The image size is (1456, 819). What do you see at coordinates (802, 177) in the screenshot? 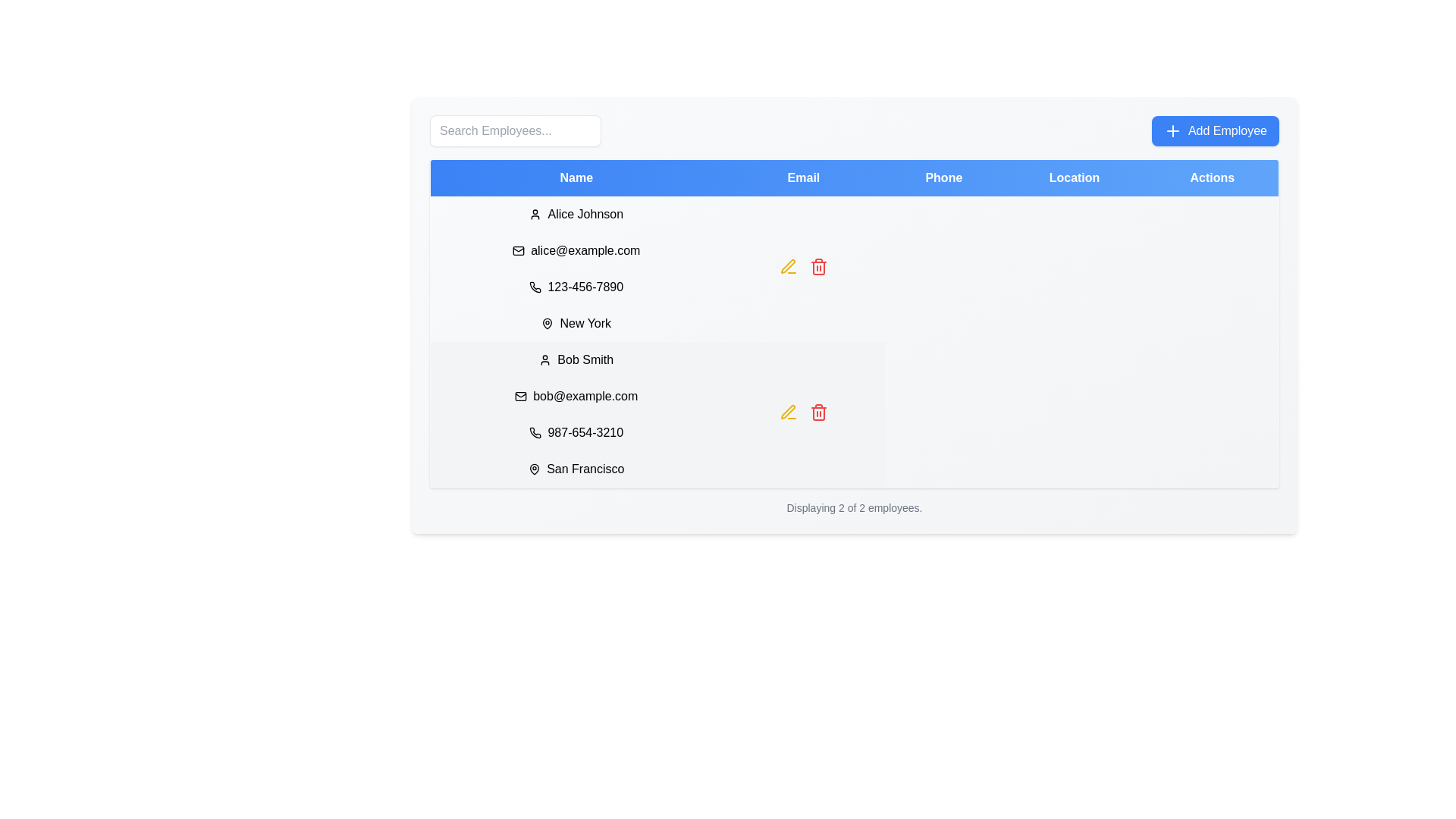
I see `the 'Email' label in the header row of the table, which is the second column from the left` at bounding box center [802, 177].